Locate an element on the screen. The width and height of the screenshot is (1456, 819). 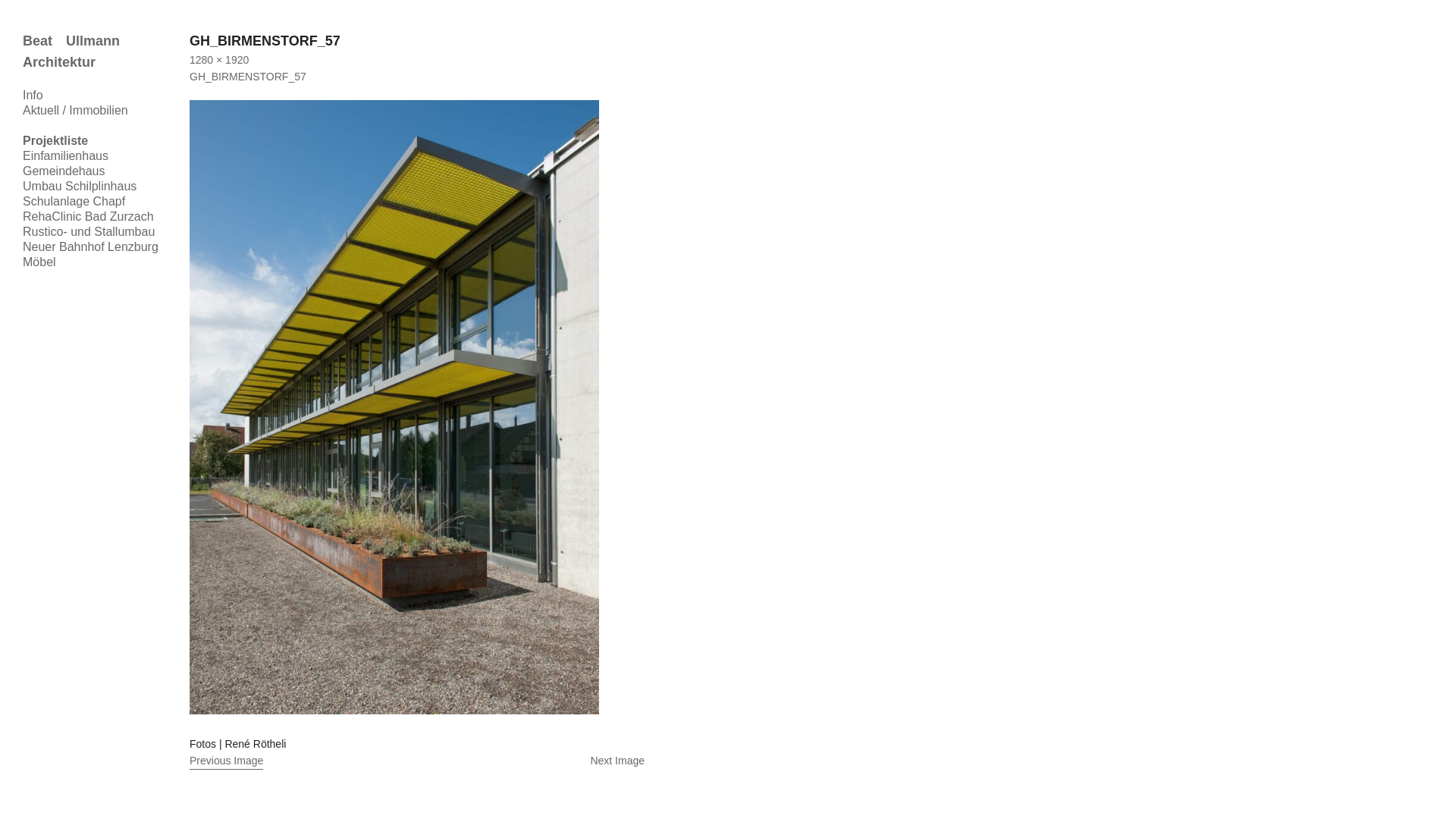
'GH_BIRMENSTORF_57' is located at coordinates (247, 76).